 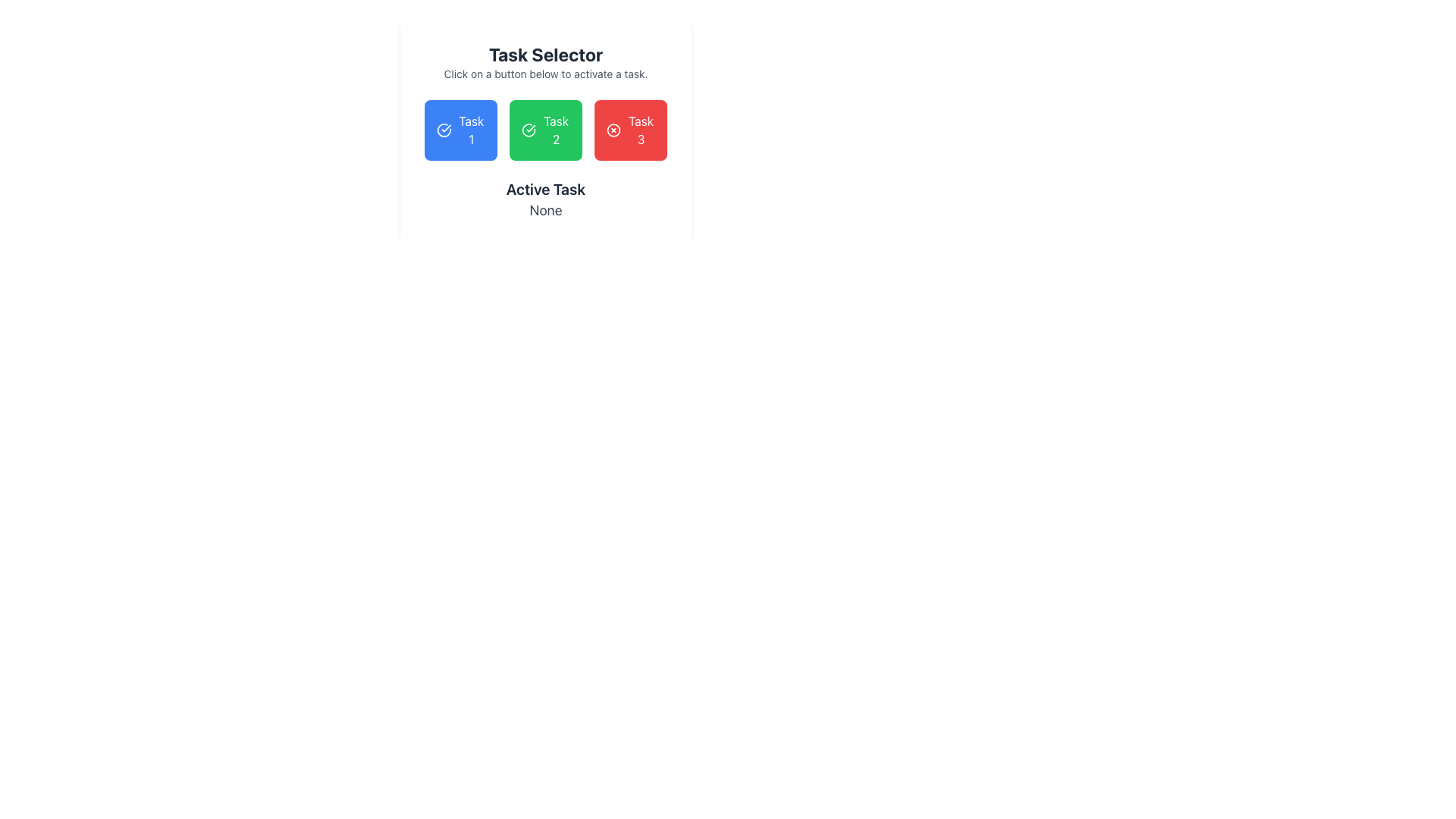 I want to click on the static text label that instructs users to click on one of the buttons below it, positioned at the top-center of the interface, directly under the 'Task Selector' title, so click(x=546, y=74).